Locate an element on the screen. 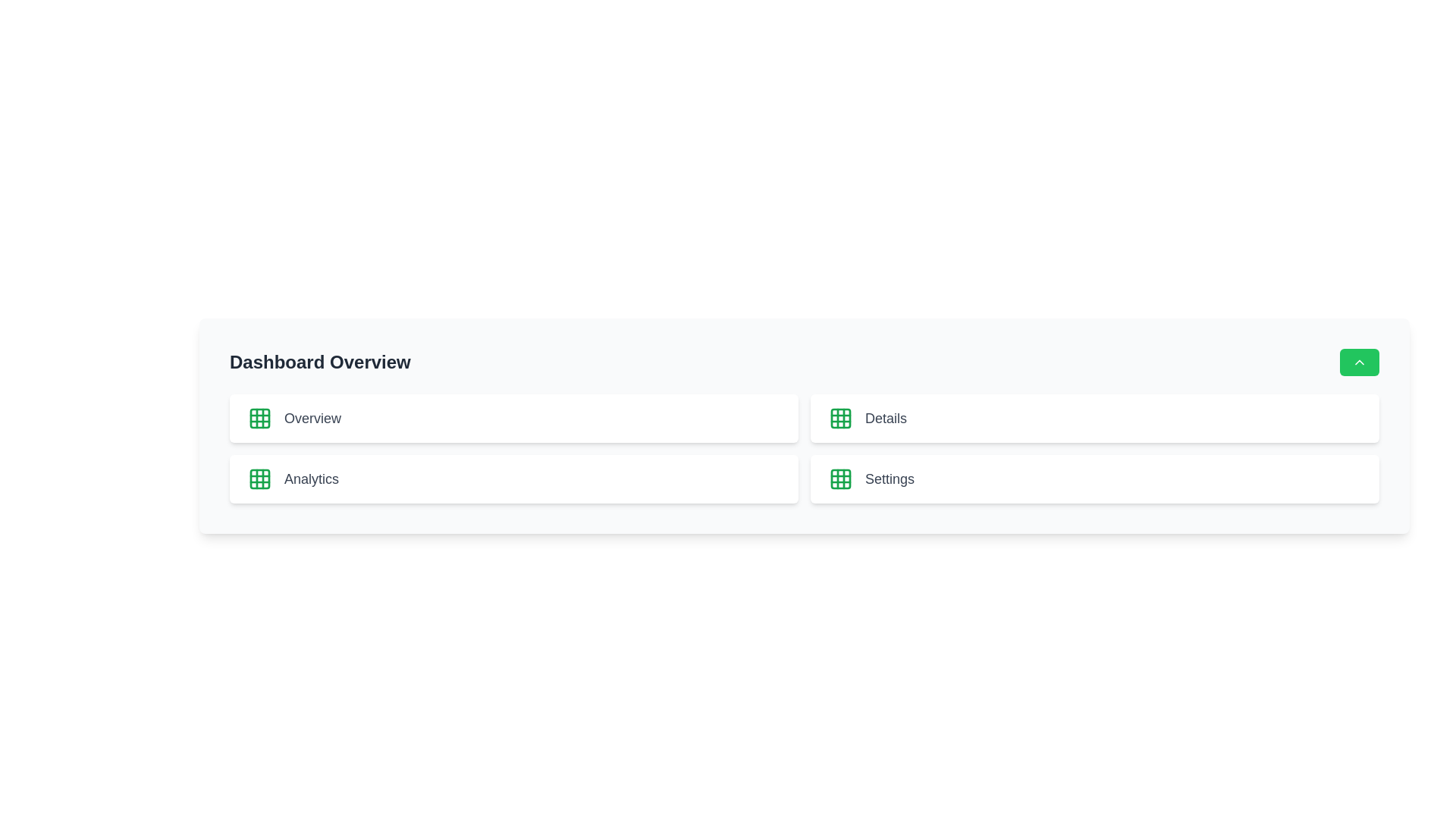 This screenshot has width=1456, height=819. the 'Overview' button, which is the first item in the grid layout and serves as a navigation interface is located at coordinates (513, 418).